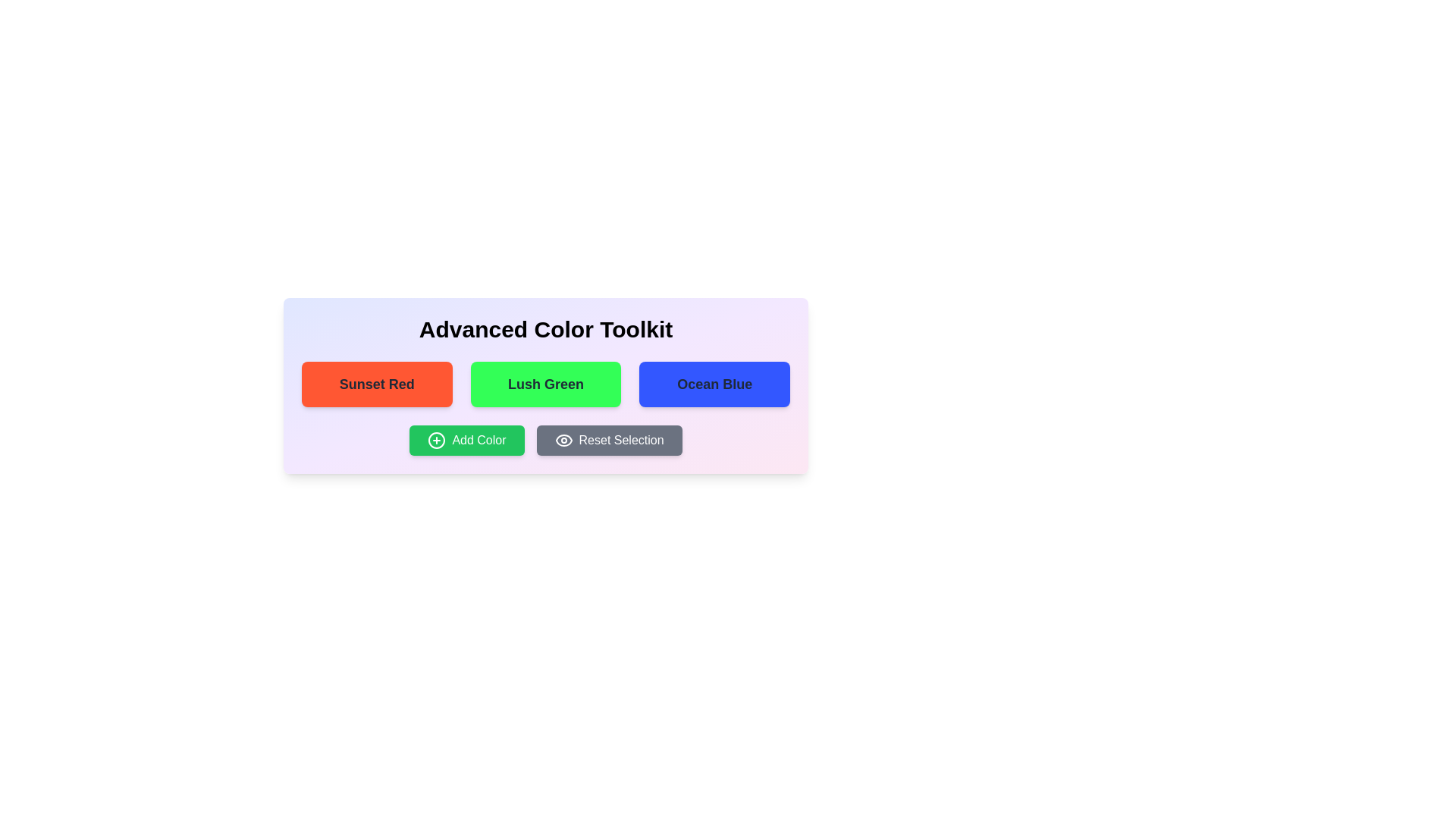 The image size is (1456, 819). I want to click on the 'Add Color' button using keyboard navigation, so click(466, 441).